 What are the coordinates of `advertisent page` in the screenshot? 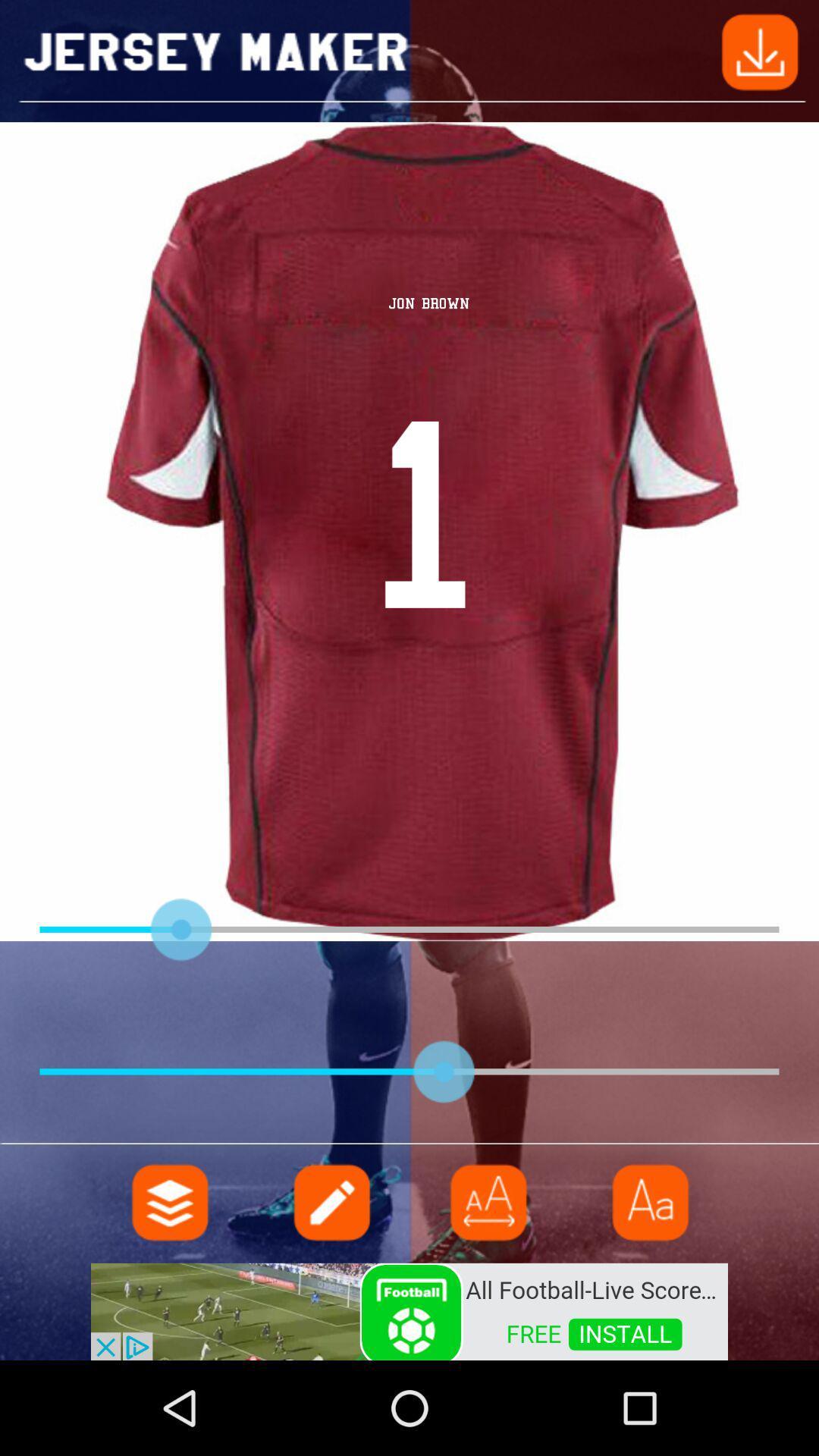 It's located at (409, 1310).